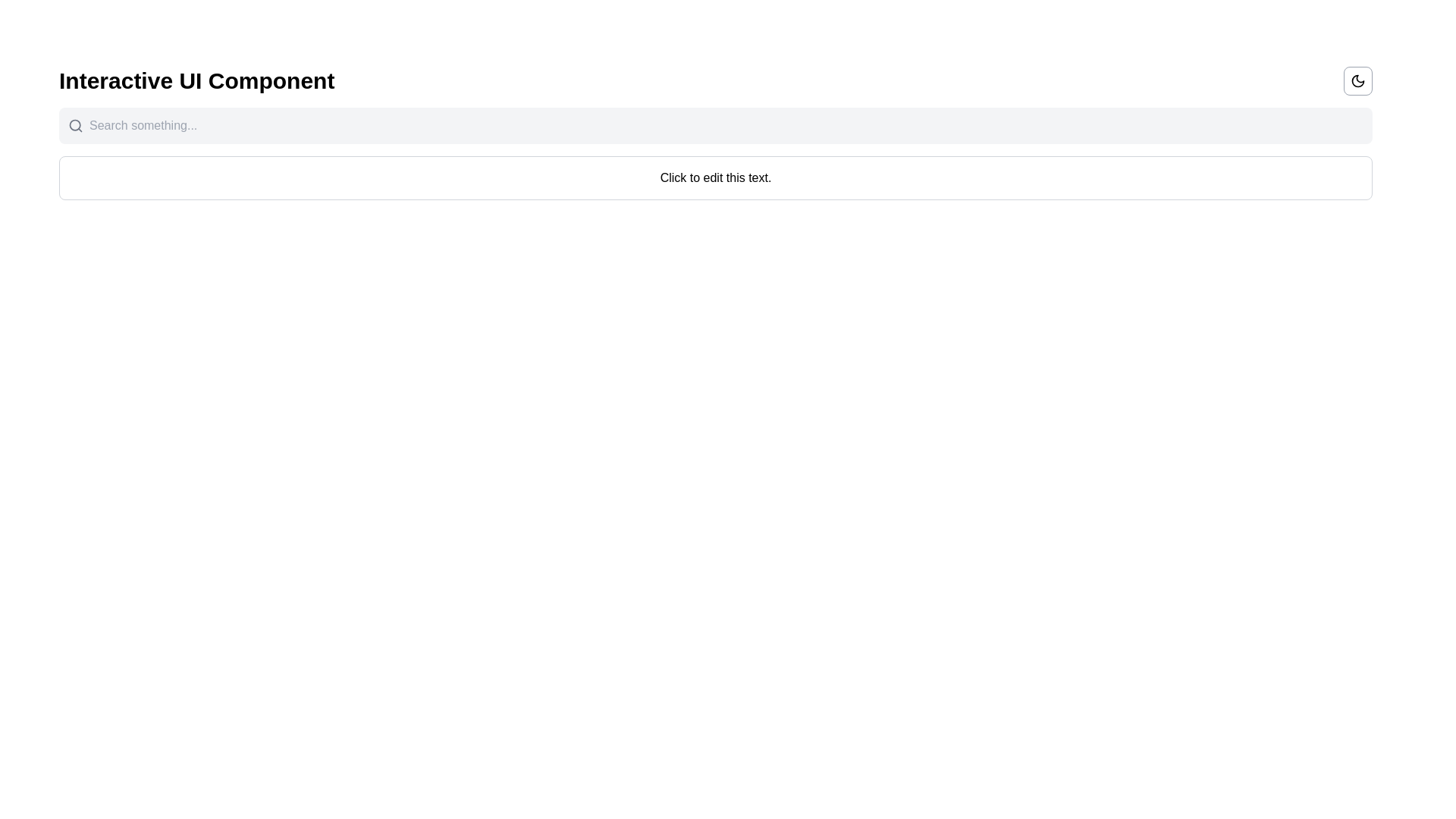  What do you see at coordinates (196, 81) in the screenshot?
I see `the heading text that provides context to the user about the content or functionality of the page, located at the top-left corner of the interface` at bounding box center [196, 81].